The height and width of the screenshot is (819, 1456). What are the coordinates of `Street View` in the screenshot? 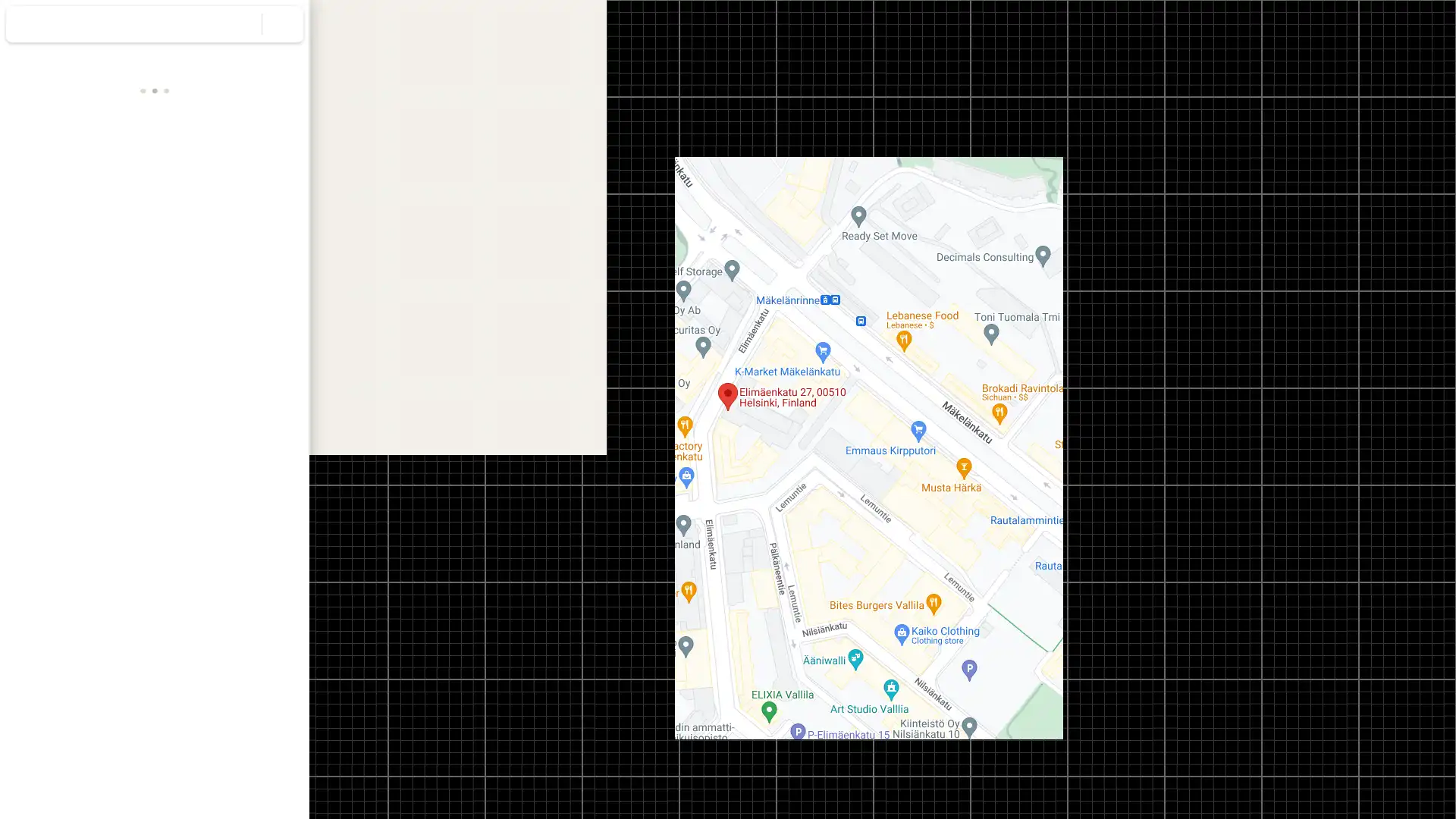 It's located at (155, 556).